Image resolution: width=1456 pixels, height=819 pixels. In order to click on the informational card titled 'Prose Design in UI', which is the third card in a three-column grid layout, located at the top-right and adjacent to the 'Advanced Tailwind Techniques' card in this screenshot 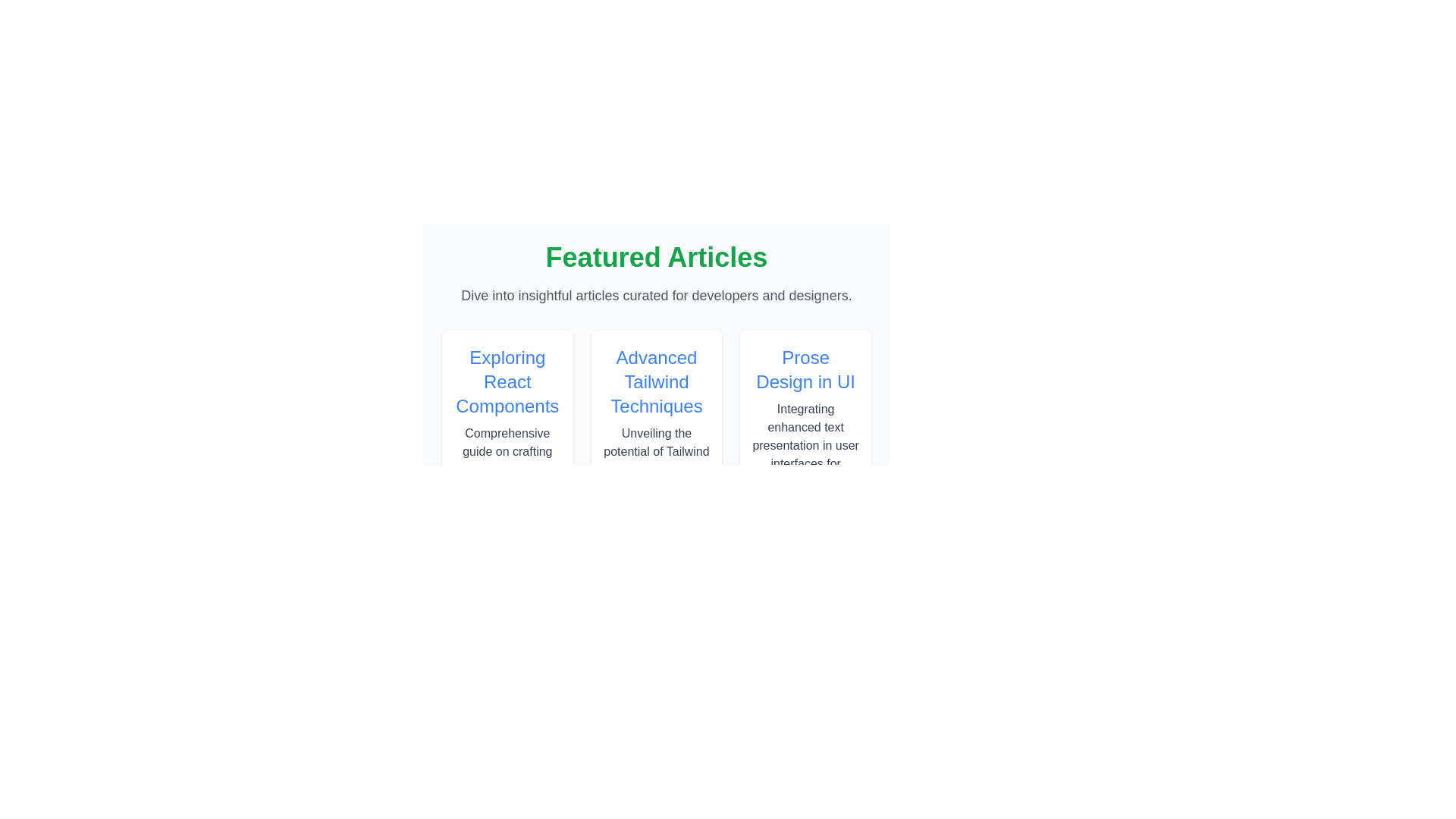, I will do `click(805, 457)`.